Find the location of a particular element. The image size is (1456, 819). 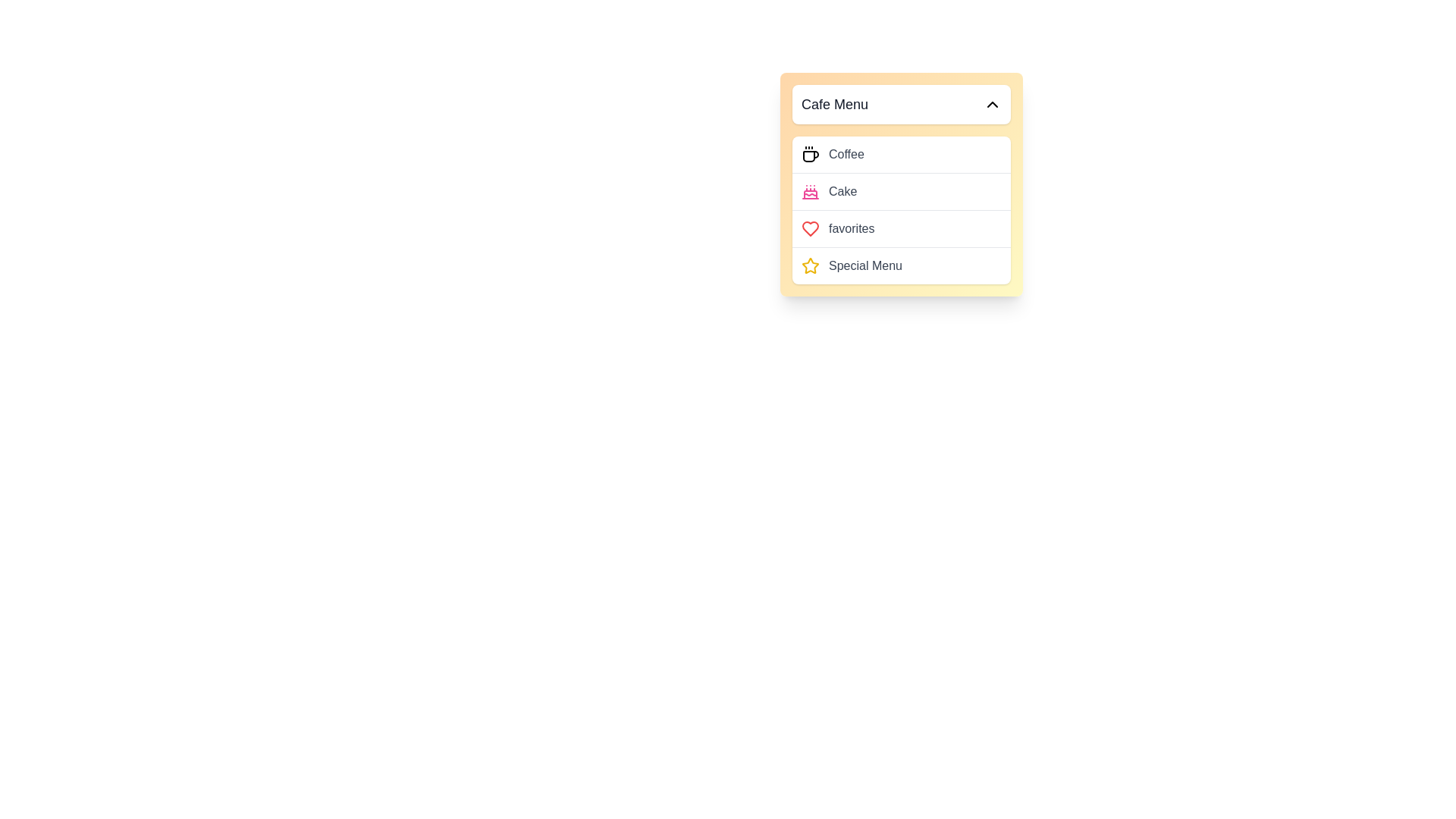

the static text element that serves as the title or label of the drop-down menu, located at the top-left section of the main interface component, before the chevron-up icon is located at coordinates (834, 104).